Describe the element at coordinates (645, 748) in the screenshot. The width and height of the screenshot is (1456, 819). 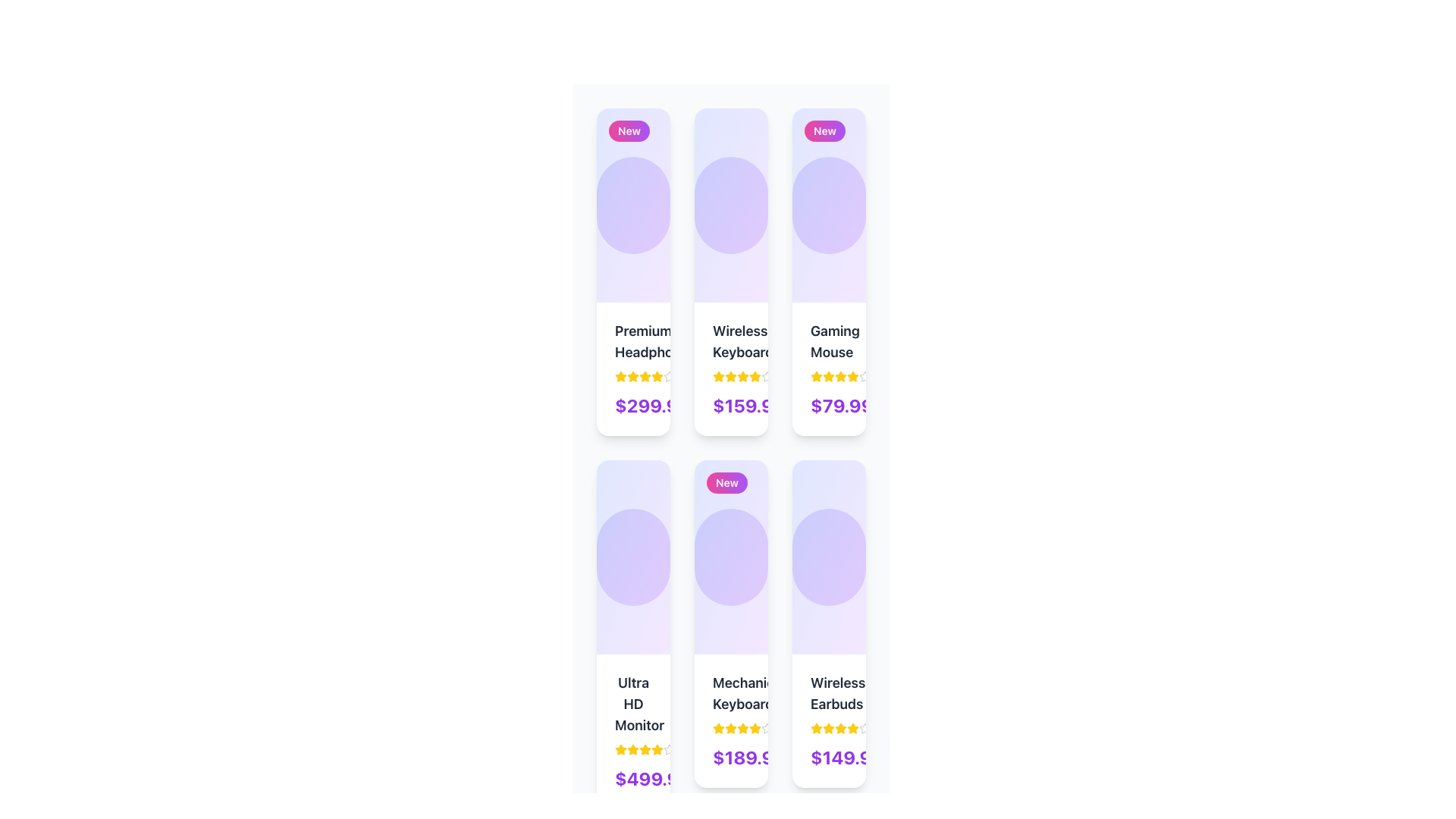
I see `the fourth star icon in the five-star rating row` at that location.